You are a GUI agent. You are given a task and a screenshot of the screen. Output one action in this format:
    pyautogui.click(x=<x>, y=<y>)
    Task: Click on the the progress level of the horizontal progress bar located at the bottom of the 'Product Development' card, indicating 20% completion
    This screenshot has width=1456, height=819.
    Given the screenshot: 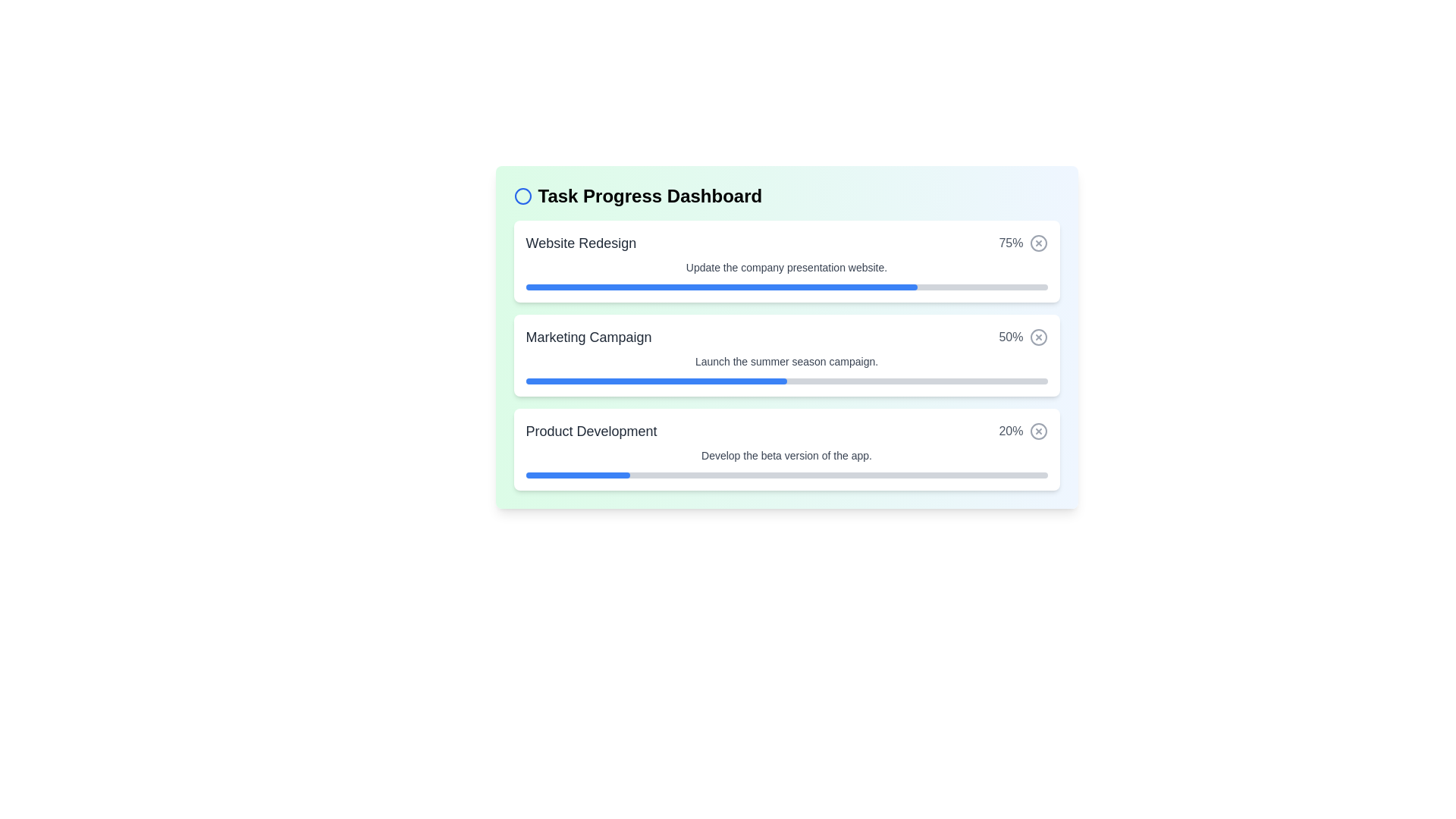 What is the action you would take?
    pyautogui.click(x=786, y=475)
    